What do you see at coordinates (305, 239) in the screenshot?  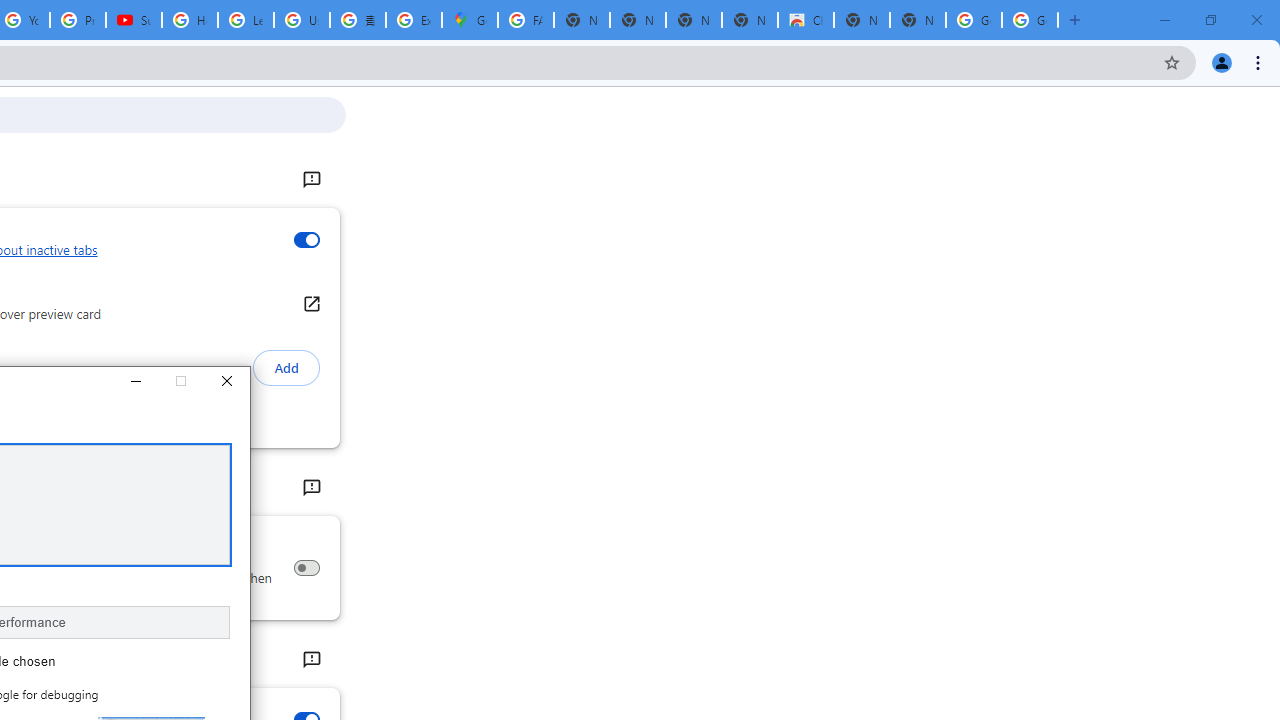 I see `'Inactive tabs appearance'` at bounding box center [305, 239].